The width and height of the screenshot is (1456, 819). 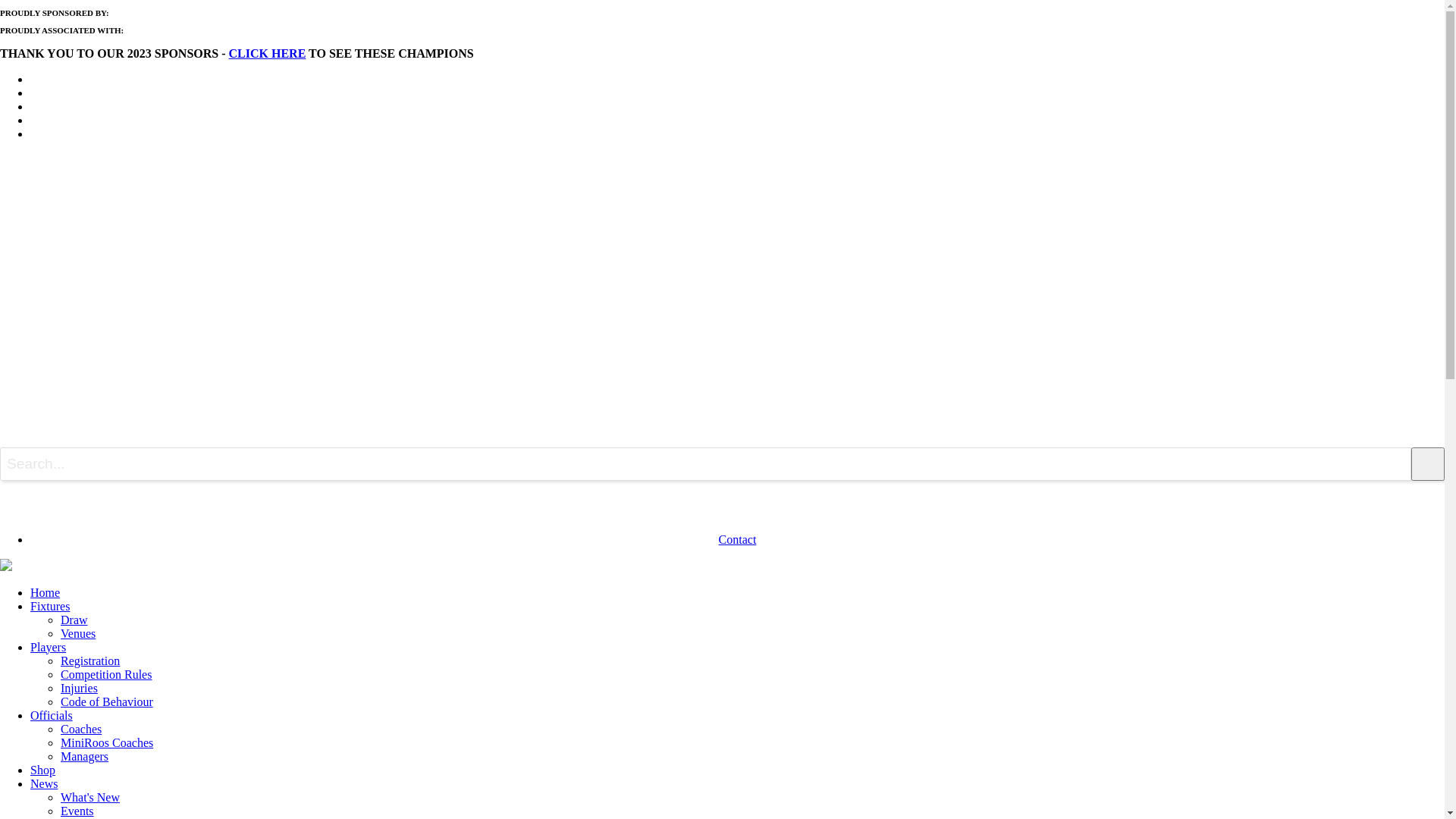 I want to click on 'Registration', so click(x=89, y=660).